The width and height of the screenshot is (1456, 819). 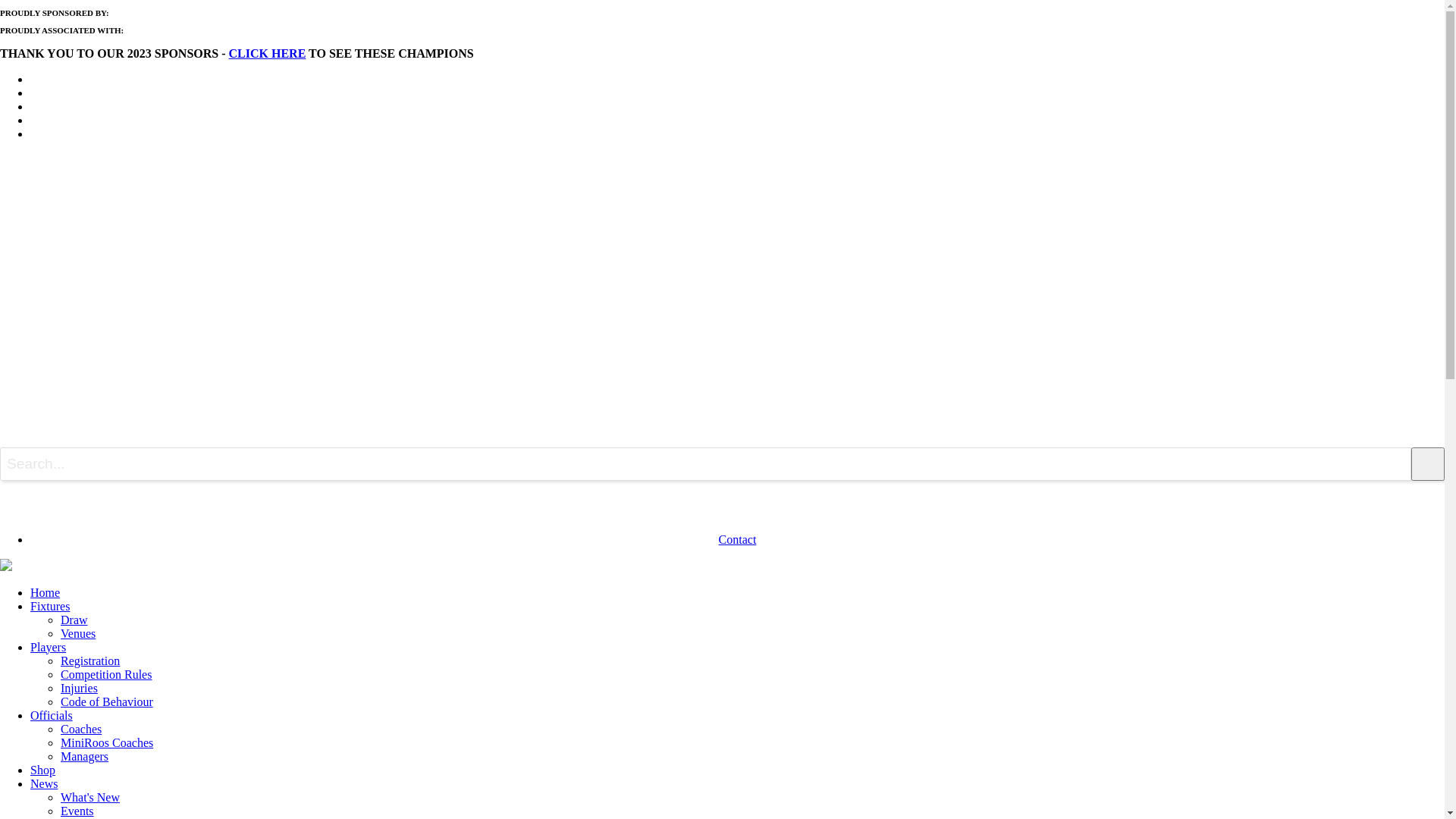 I want to click on 'Registration', so click(x=89, y=660).